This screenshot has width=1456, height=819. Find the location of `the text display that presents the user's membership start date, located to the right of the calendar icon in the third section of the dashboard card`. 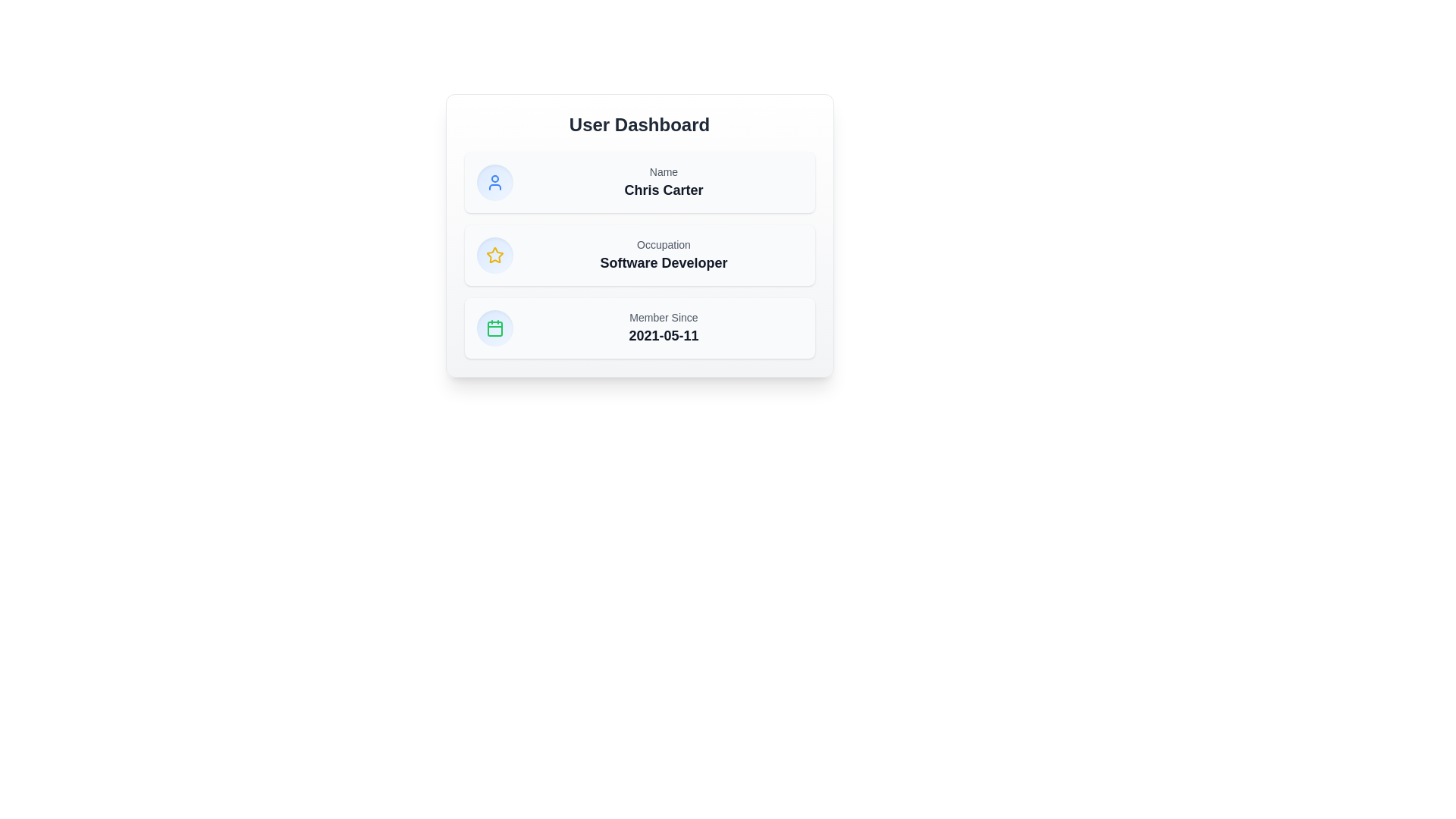

the text display that presents the user's membership start date, located to the right of the calendar icon in the third section of the dashboard card is located at coordinates (664, 327).